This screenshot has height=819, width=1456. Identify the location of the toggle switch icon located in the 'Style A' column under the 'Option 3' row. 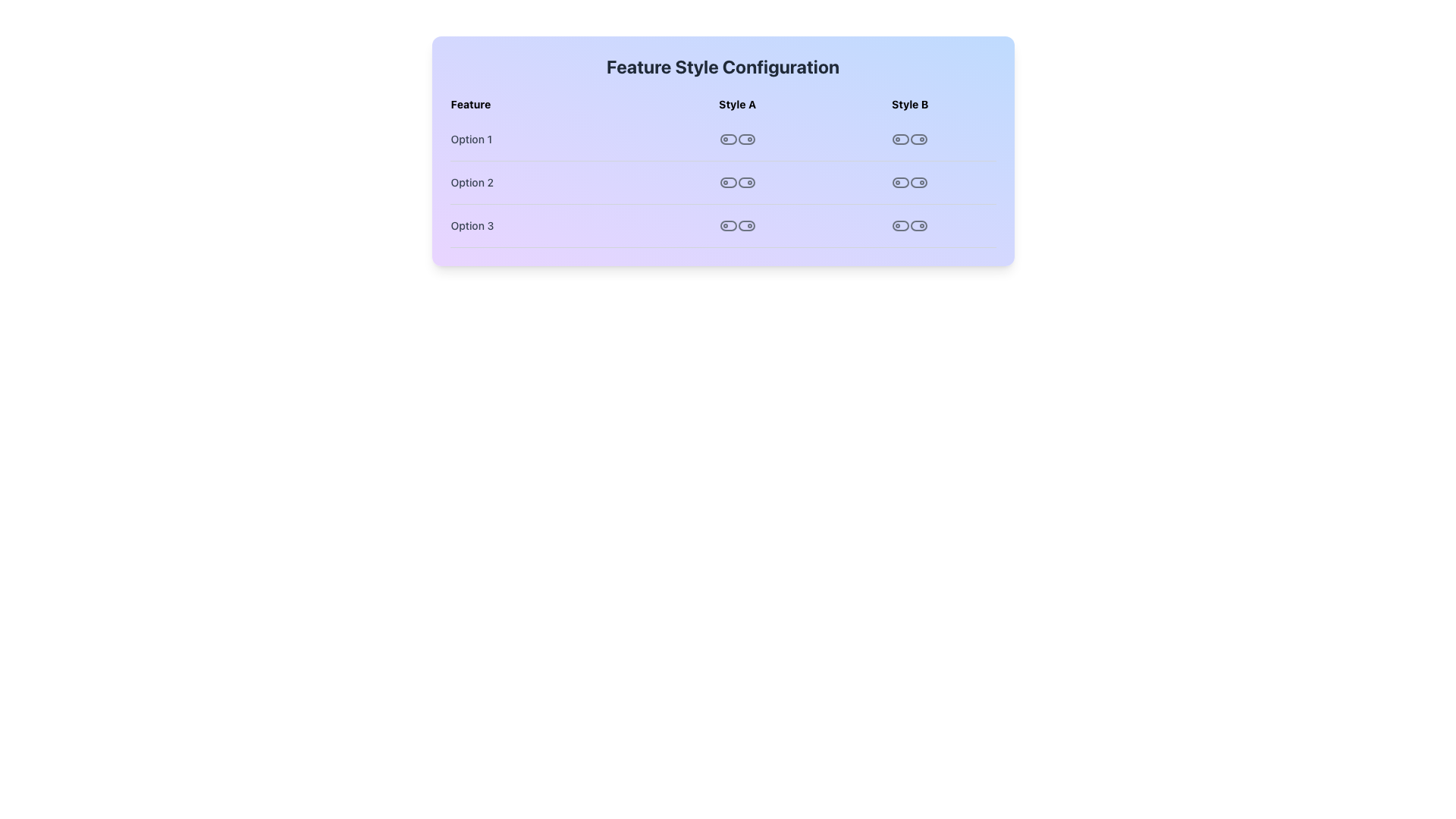
(746, 225).